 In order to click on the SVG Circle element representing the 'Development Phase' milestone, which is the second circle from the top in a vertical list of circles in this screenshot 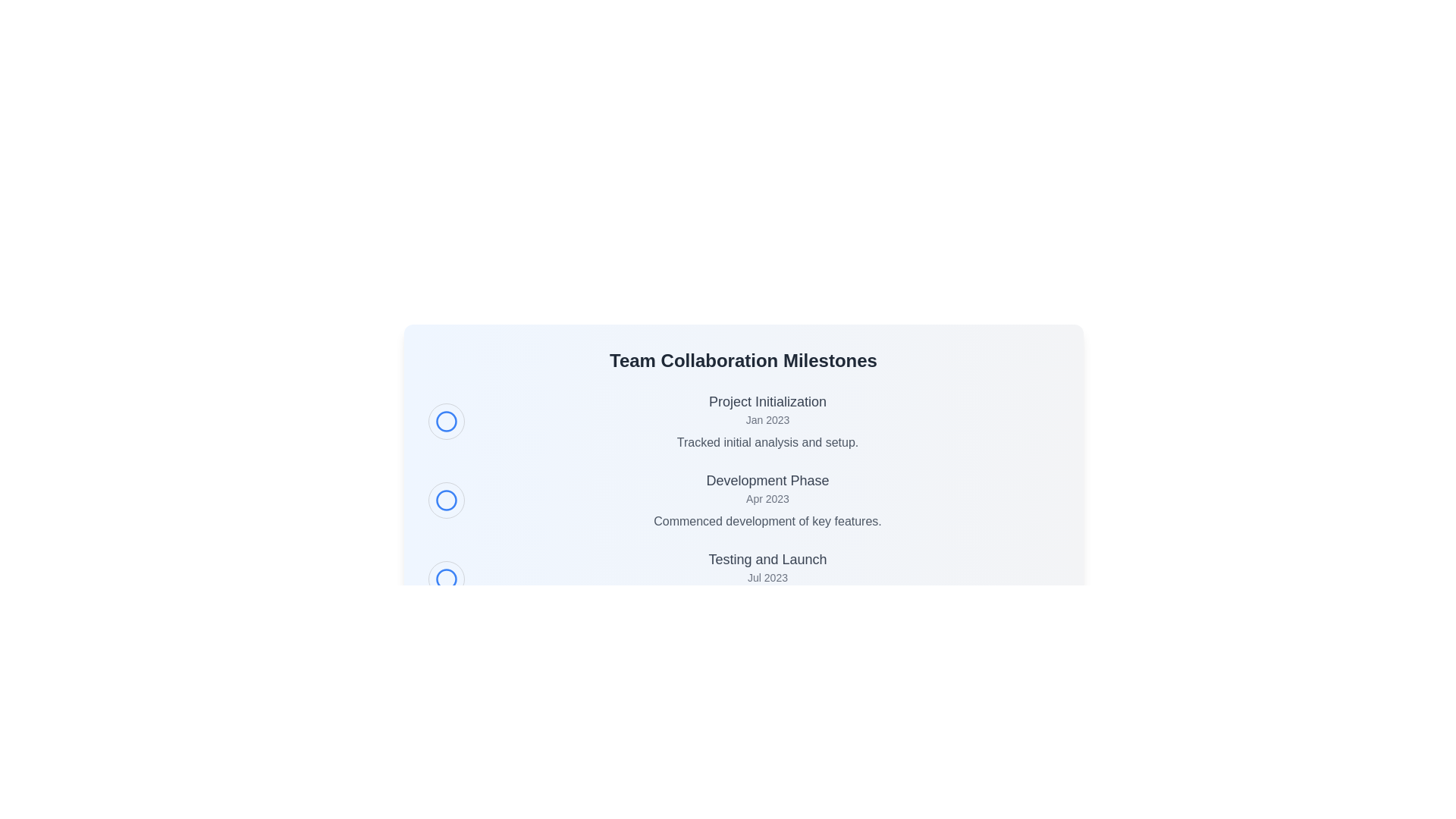, I will do `click(445, 500)`.